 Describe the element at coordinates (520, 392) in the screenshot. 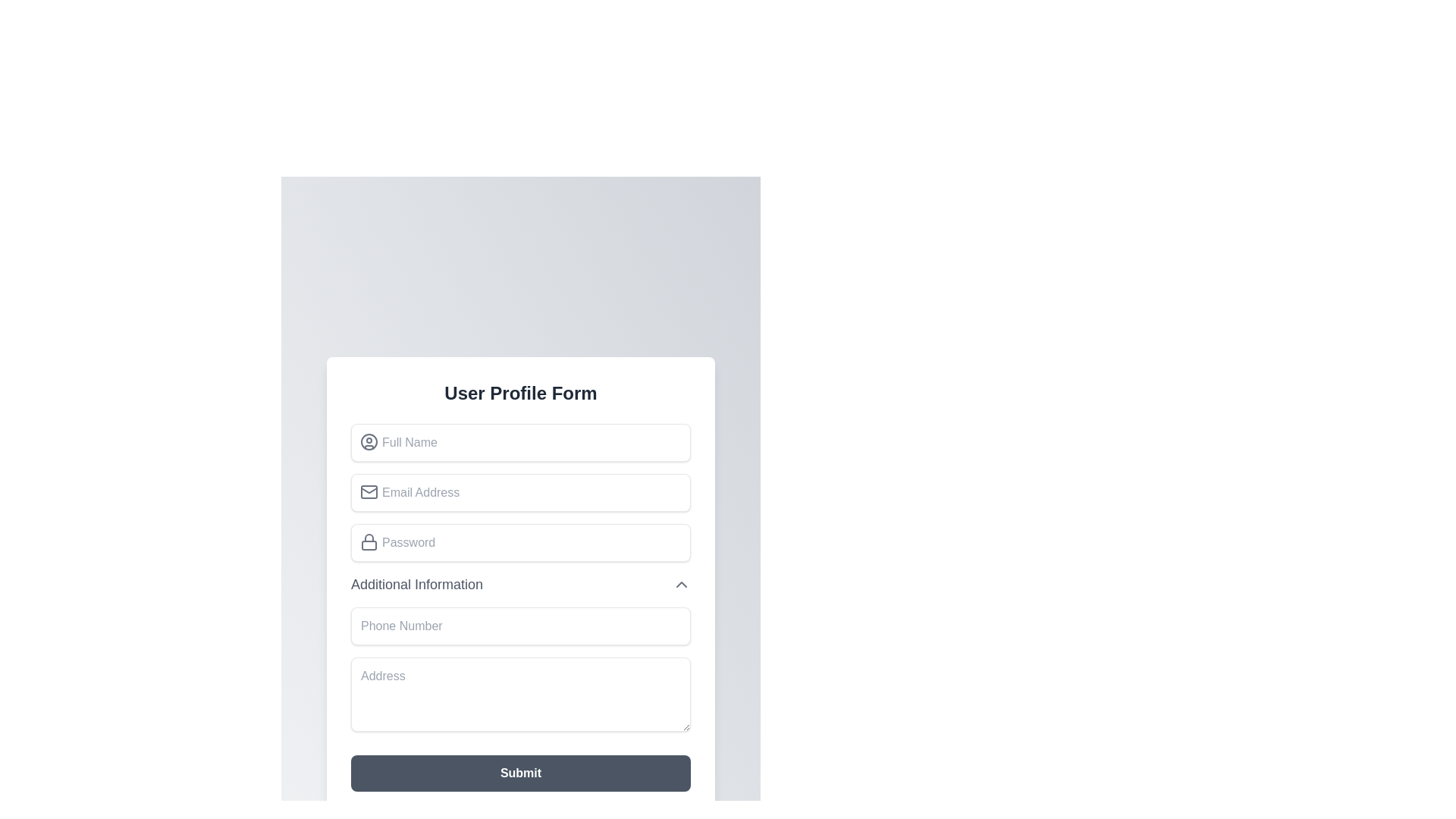

I see `the 'User Profile Form' text heading element, which is styled with bold, large font, center-aligned, and dark gray color, positioned at the top of the layout within a white card-like section` at that location.